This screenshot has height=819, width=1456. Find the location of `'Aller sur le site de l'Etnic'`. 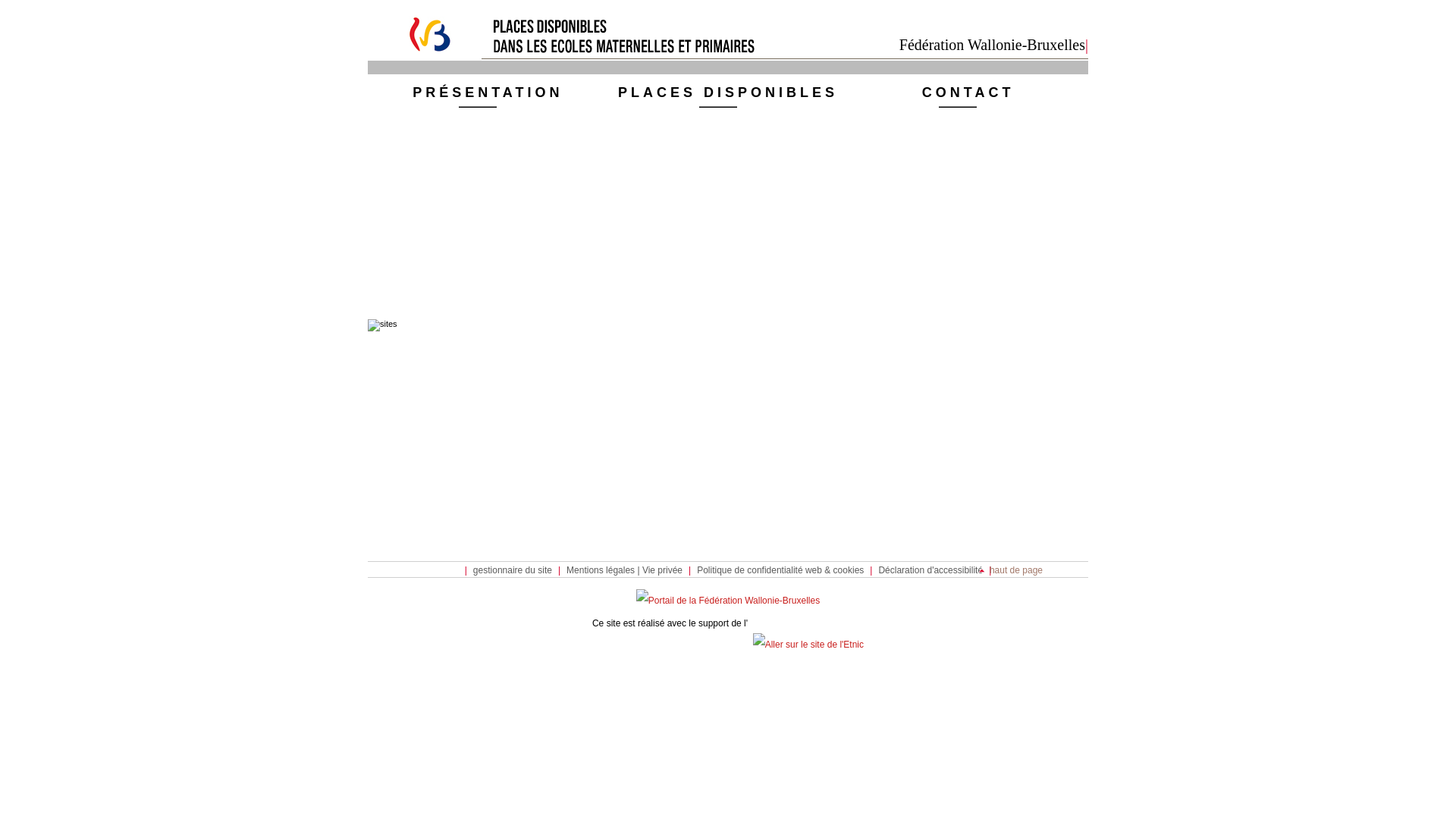

'Aller sur le site de l'Etnic' is located at coordinates (753, 644).